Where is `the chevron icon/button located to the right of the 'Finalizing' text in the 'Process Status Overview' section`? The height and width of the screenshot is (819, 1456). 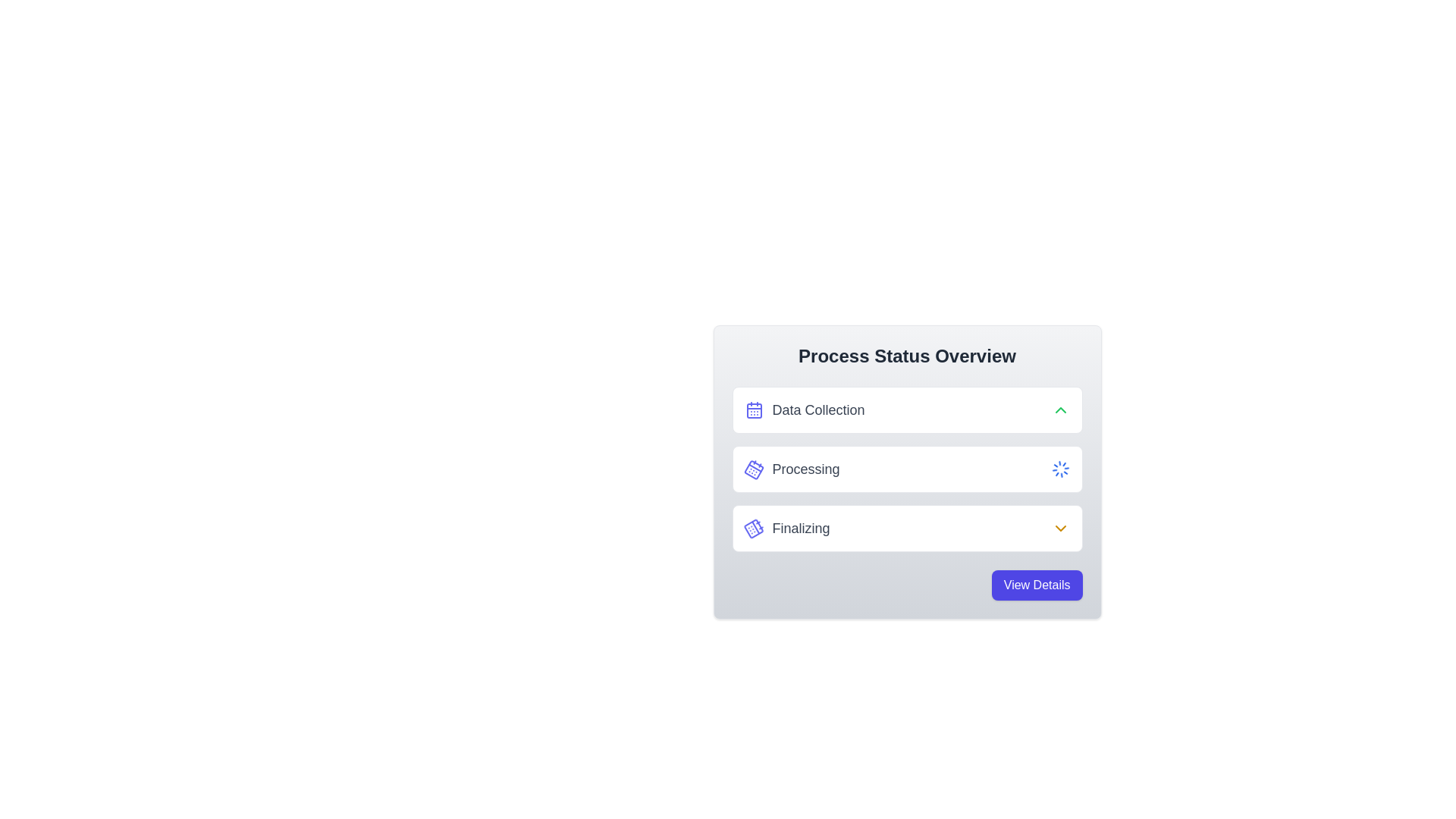
the chevron icon/button located to the right of the 'Finalizing' text in the 'Process Status Overview' section is located at coordinates (1059, 528).